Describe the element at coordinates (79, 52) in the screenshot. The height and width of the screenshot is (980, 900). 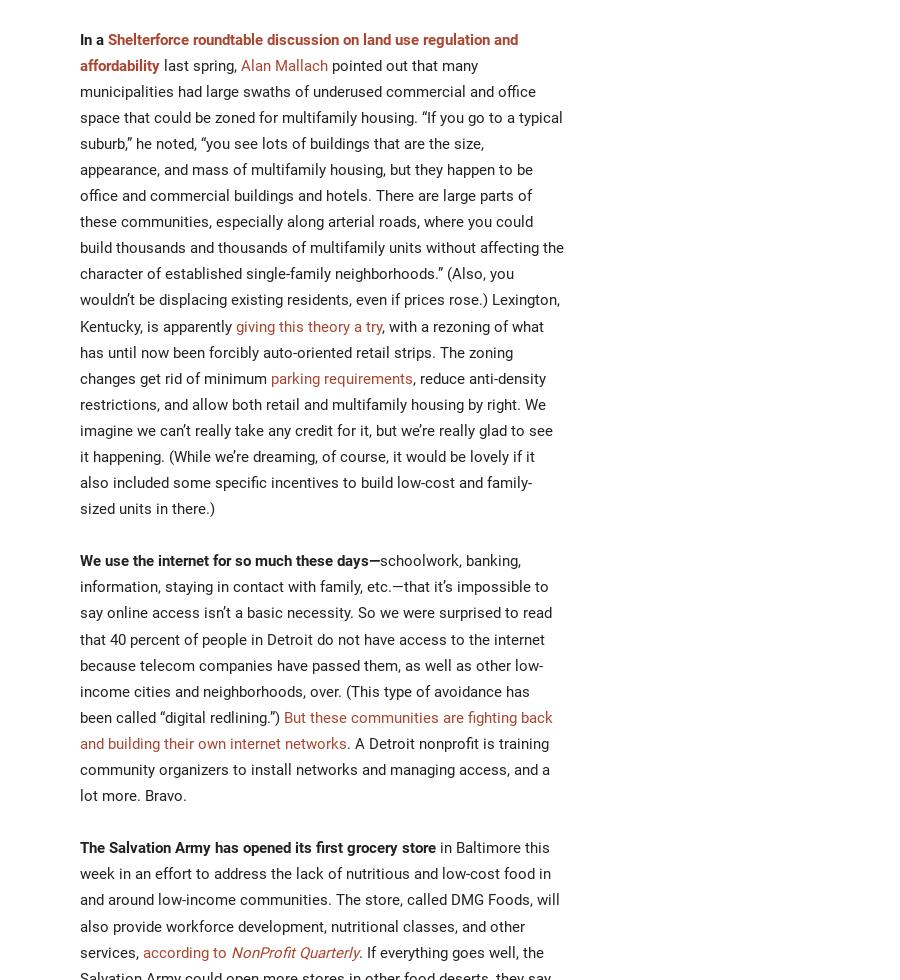
I see `'Shelterforce roundtable discussion on land use regulation and affordability'` at that location.